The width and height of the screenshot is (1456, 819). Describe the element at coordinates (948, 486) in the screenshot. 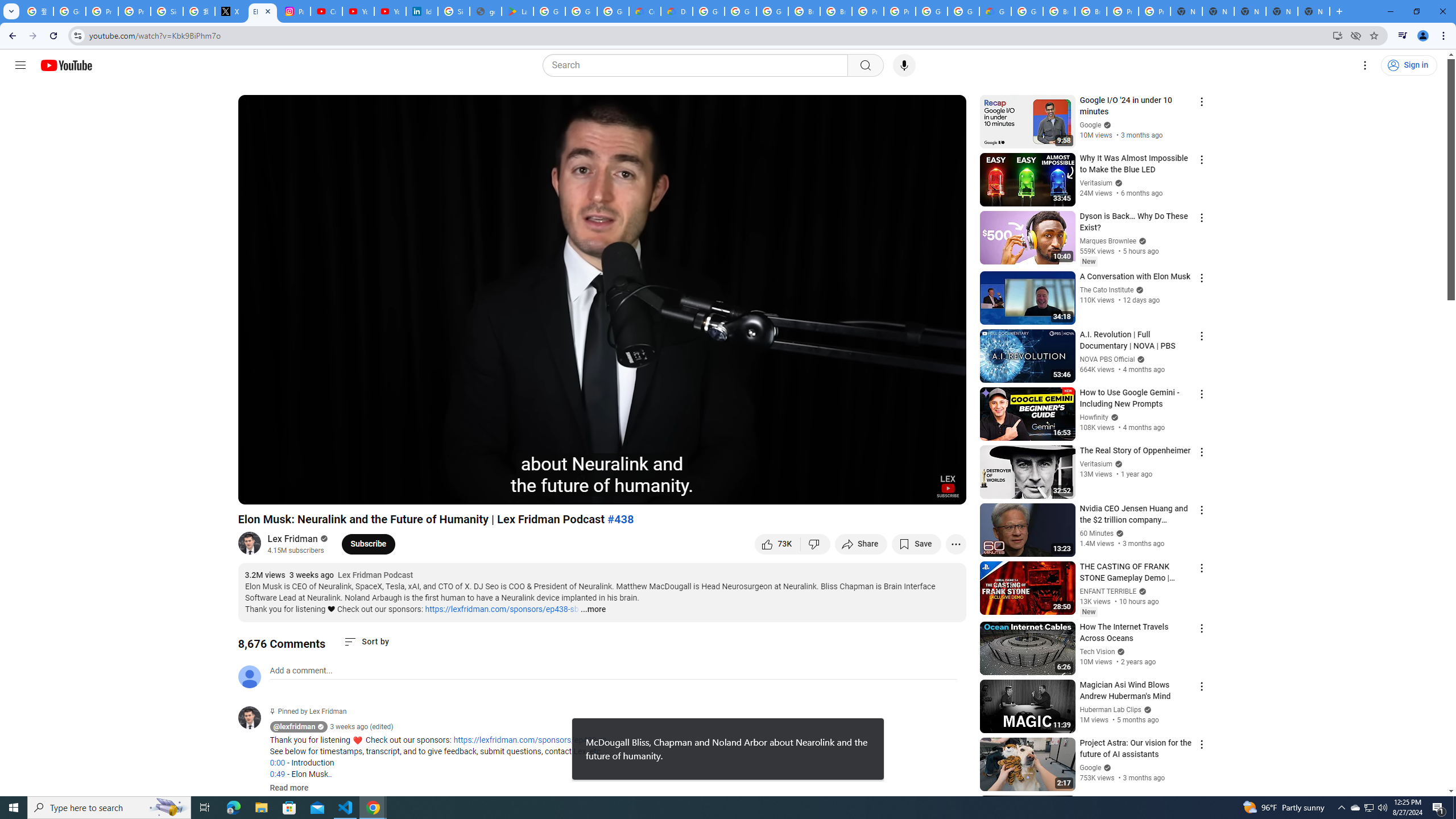

I see `'Channel watermark'` at that location.